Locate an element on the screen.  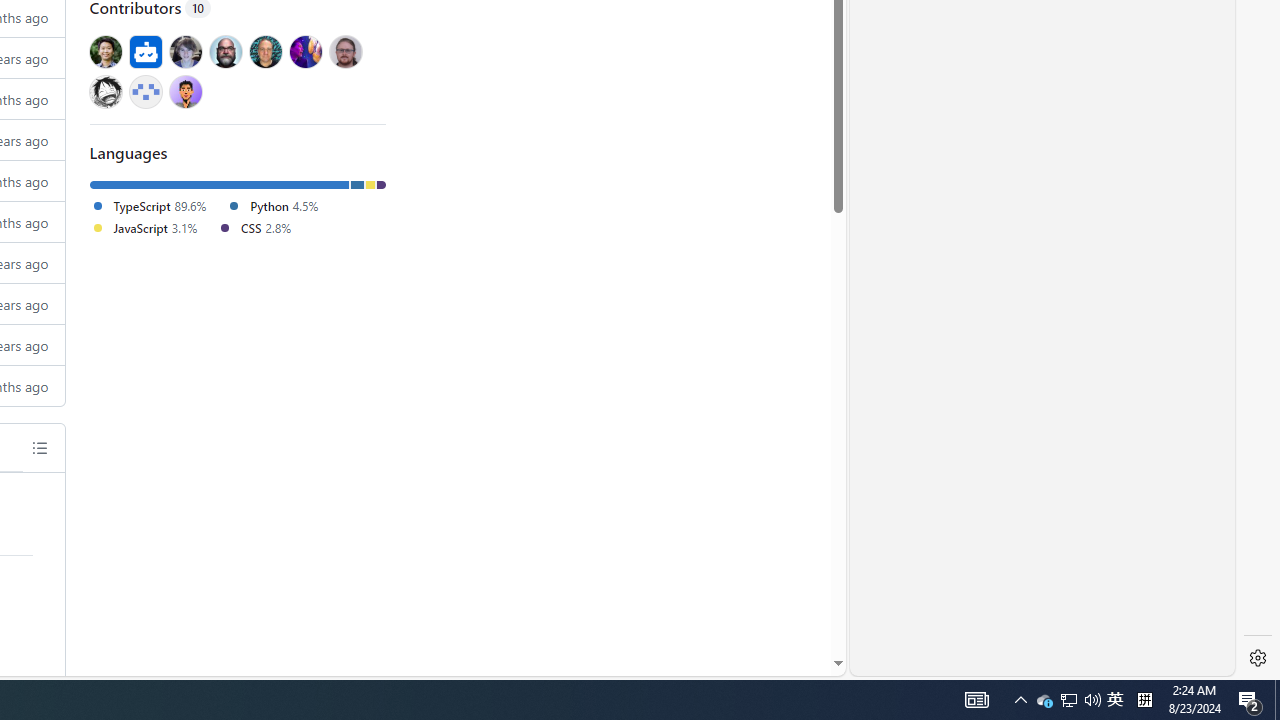
'@web3Gurung' is located at coordinates (185, 91).